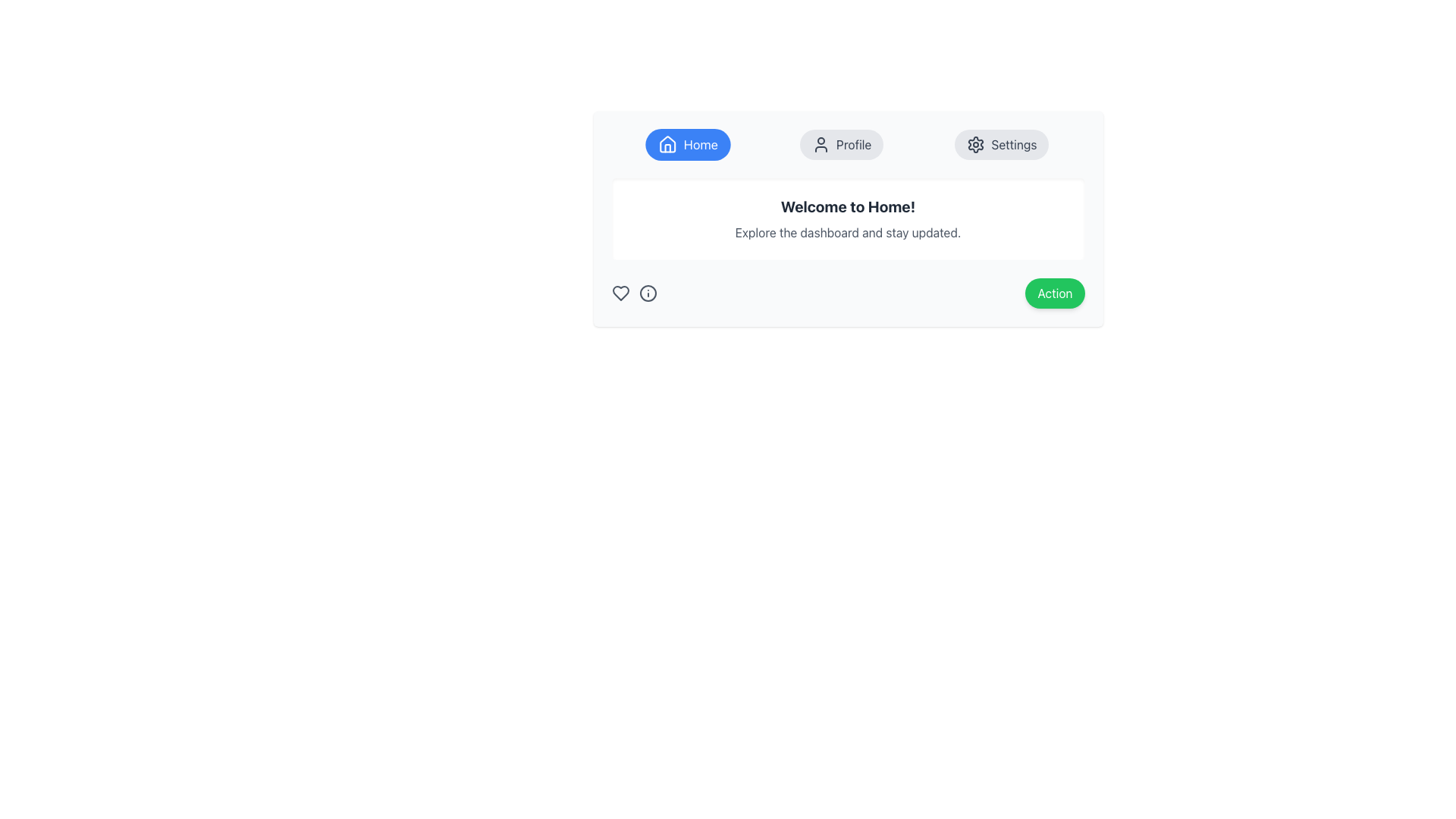 The width and height of the screenshot is (1456, 819). Describe the element at coordinates (667, 148) in the screenshot. I see `the house icon in the SVG graphic to trigger potential hover effects` at that location.